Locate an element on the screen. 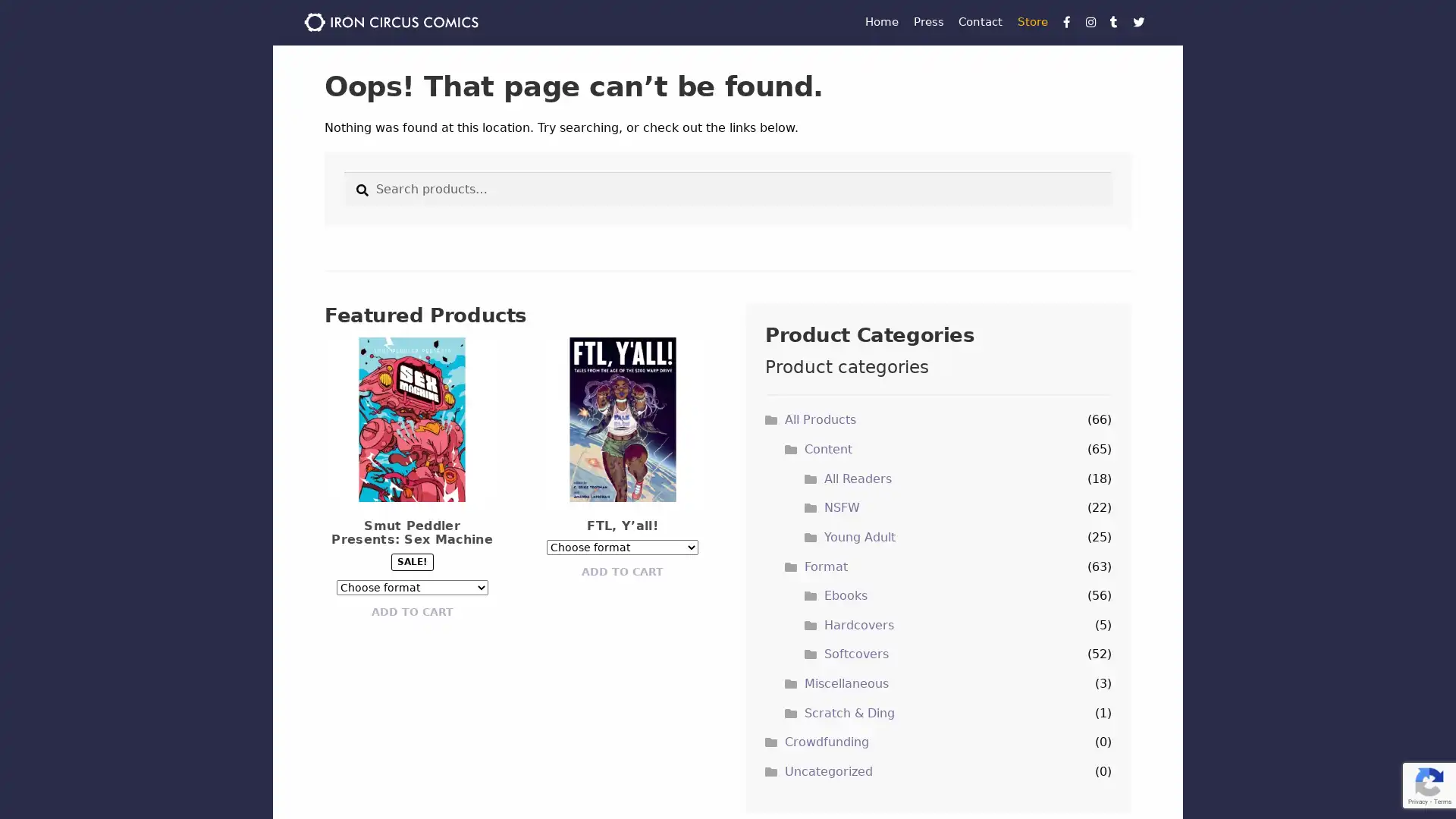  Search is located at coordinates (342, 171).